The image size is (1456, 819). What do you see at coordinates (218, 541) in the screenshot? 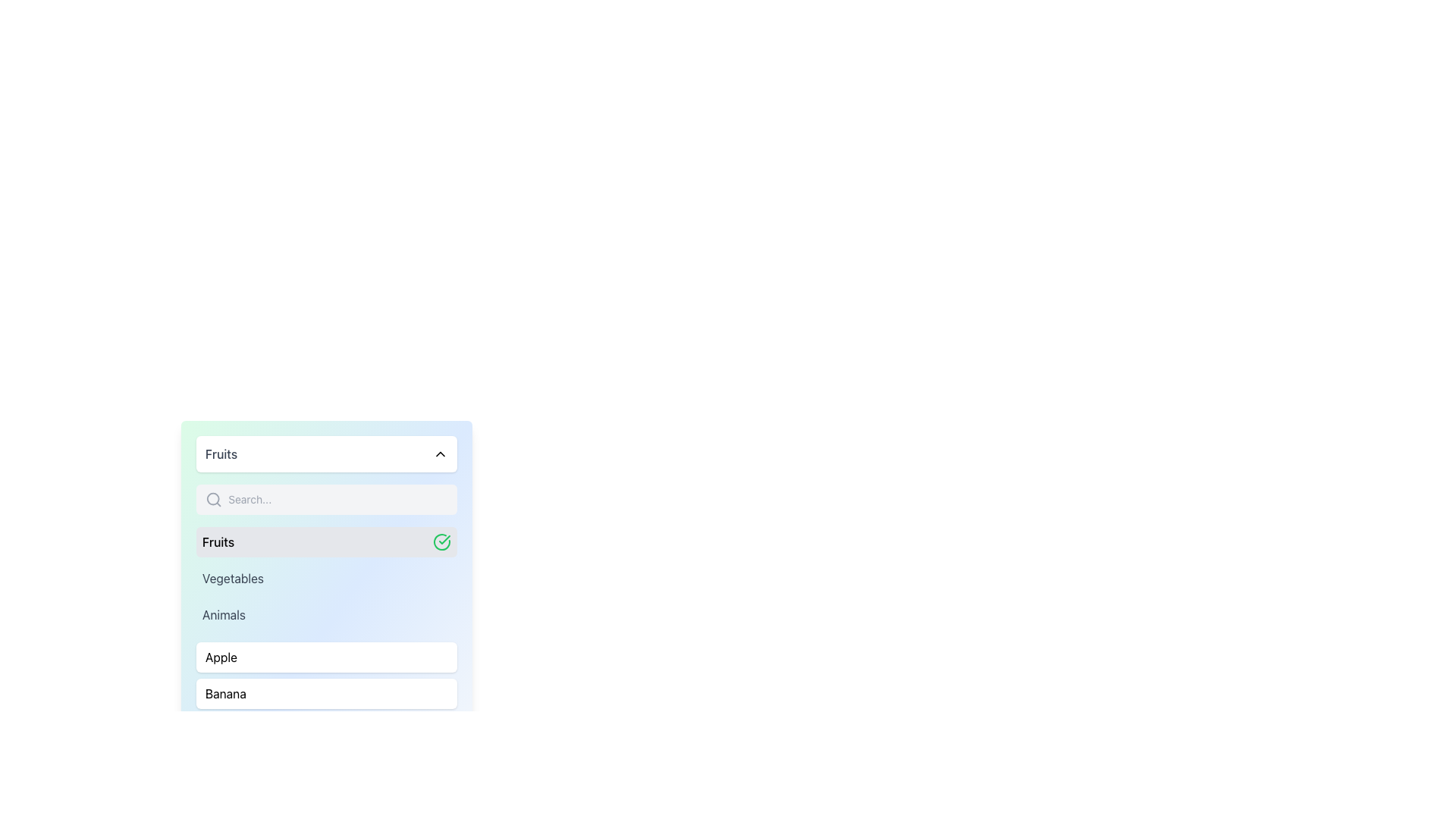
I see `'Fruits' label in the dropdown selection menu, which indicates the currently selected category` at bounding box center [218, 541].